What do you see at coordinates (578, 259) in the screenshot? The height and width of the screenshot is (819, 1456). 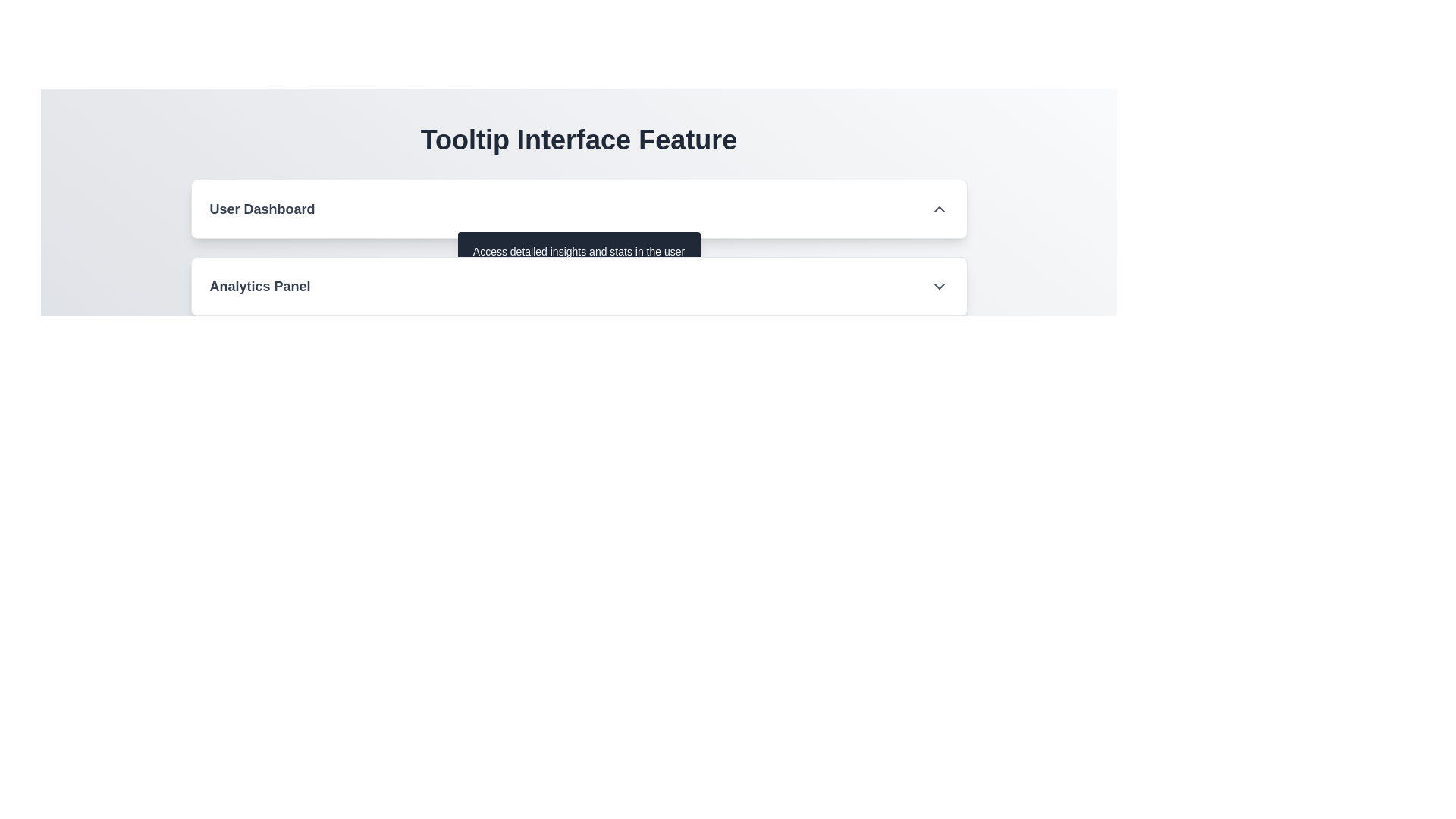 I see `tooltip text that provides additional information about the 'User Dashboard' feature, which is displayed directly below the 'User Dashboard' heading` at bounding box center [578, 259].